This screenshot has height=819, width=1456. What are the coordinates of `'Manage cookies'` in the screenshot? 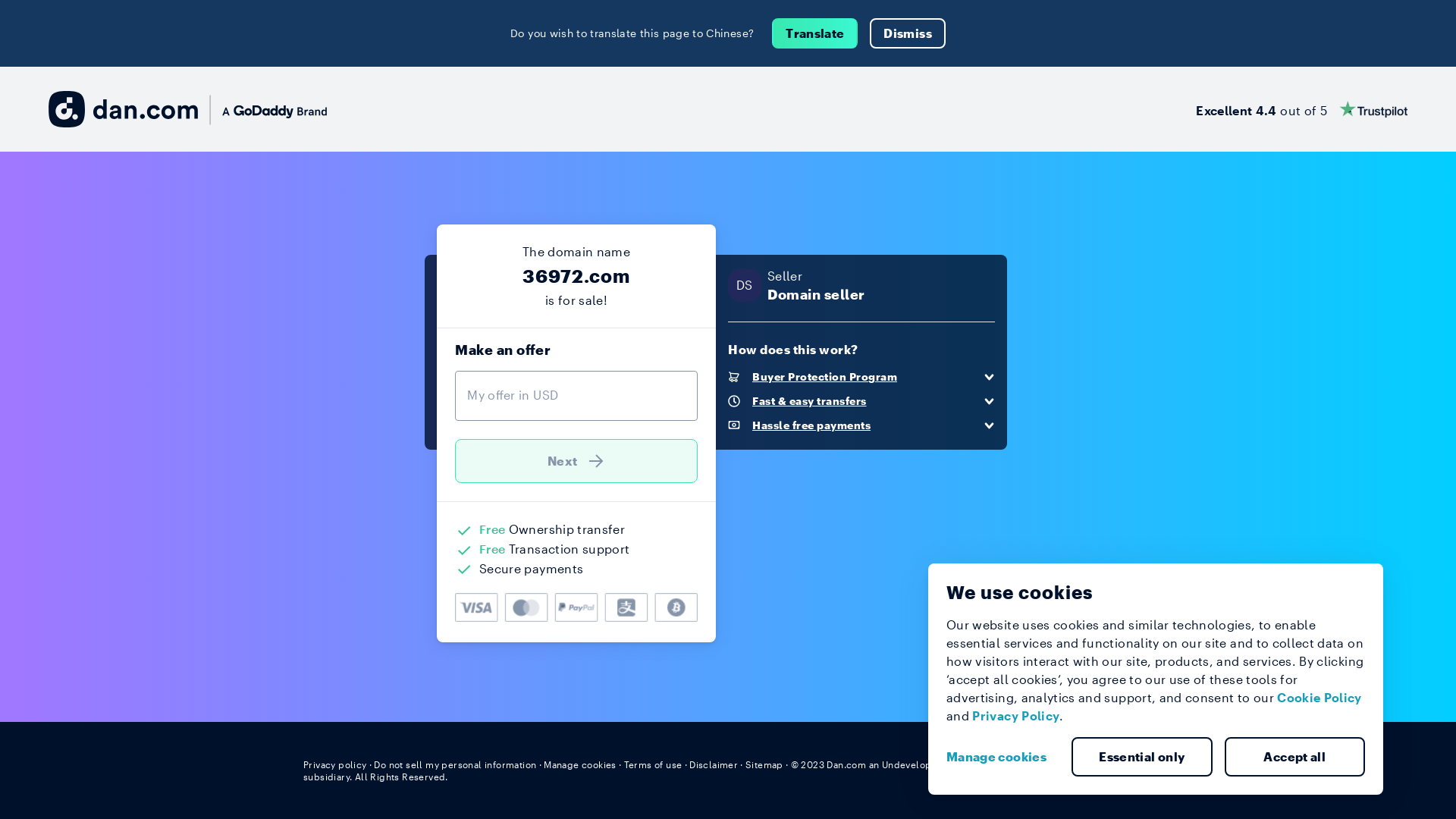 It's located at (1002, 757).